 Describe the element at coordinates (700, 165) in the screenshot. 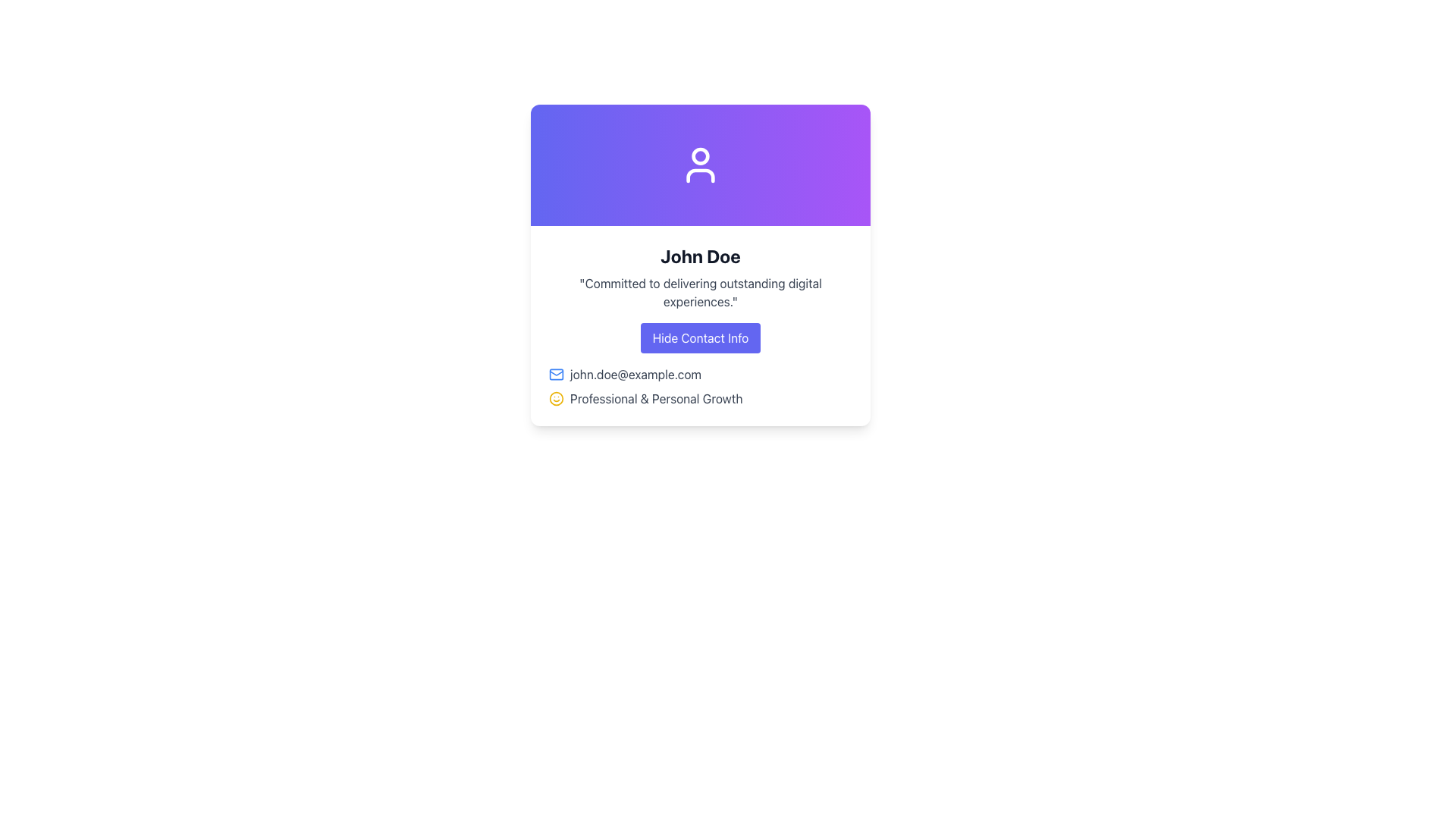

I see `the user profile icon located at the top center of the UI card, which serves as a visual representation of the account` at that location.